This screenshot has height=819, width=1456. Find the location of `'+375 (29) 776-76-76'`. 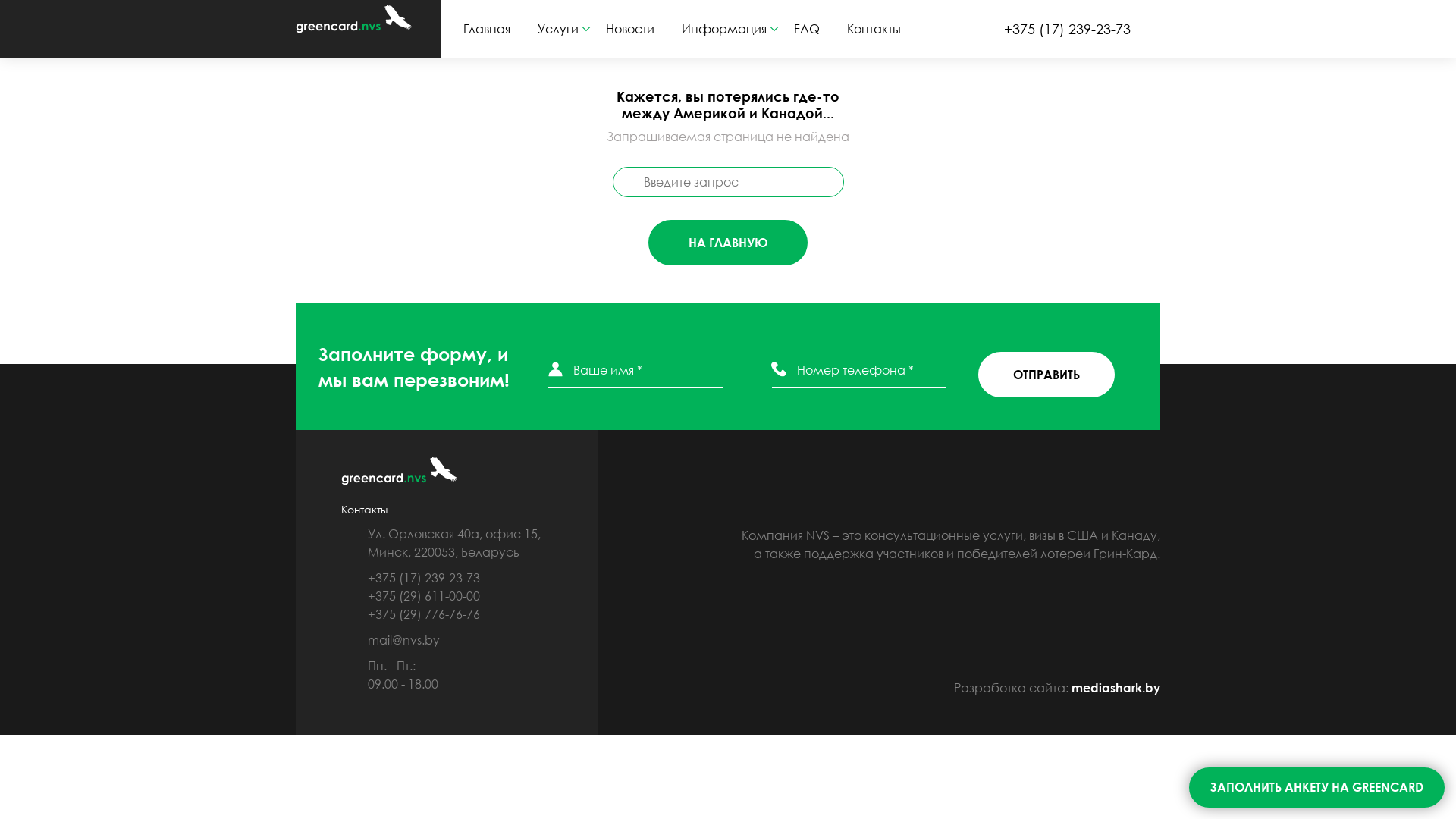

'+375 (29) 776-76-76' is located at coordinates (467, 614).